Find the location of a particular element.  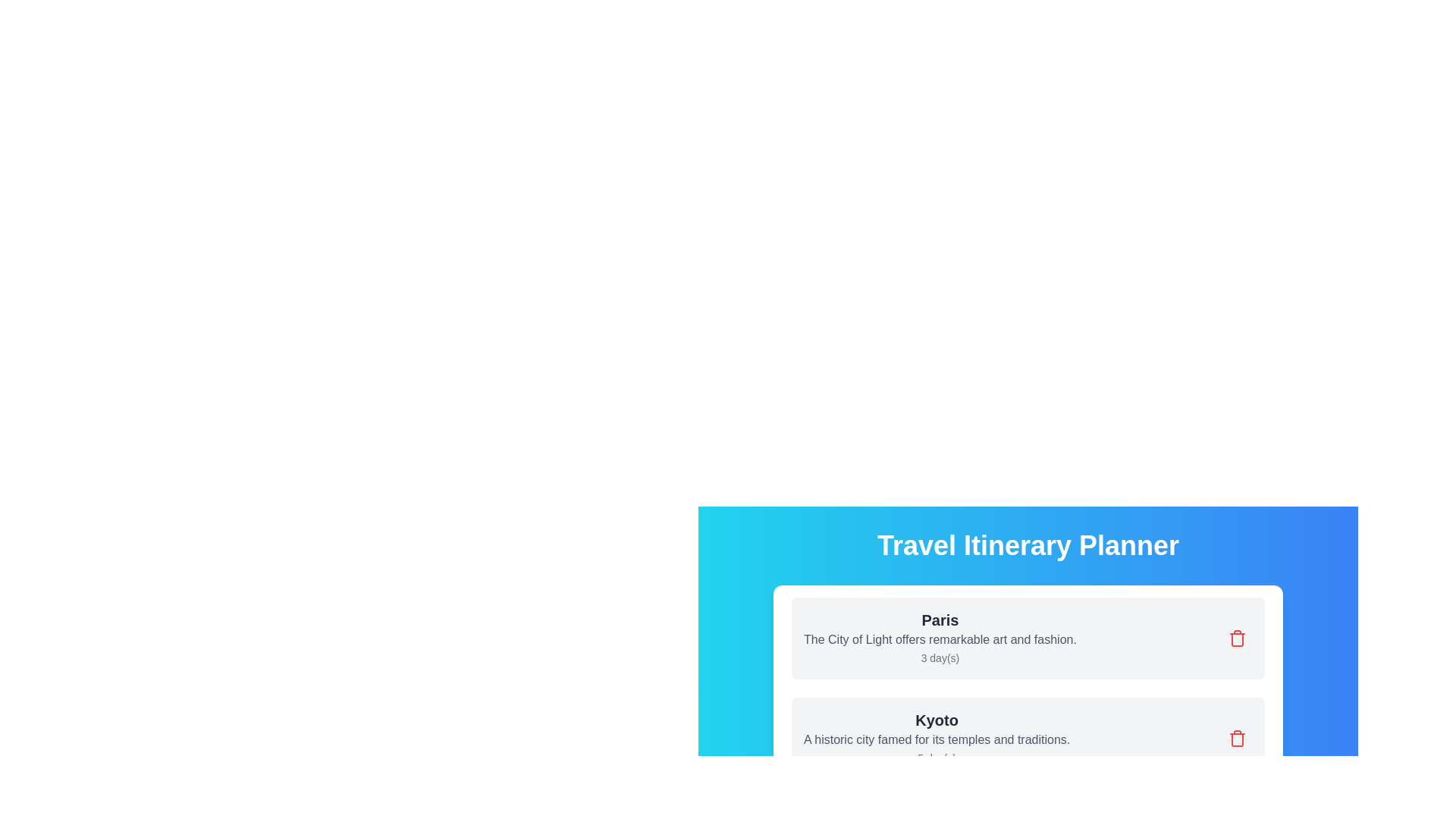

the Text label that prominently displays 'Paris' in a large, bold, dark gray font, located at the top of its card-like section is located at coordinates (938, 620).